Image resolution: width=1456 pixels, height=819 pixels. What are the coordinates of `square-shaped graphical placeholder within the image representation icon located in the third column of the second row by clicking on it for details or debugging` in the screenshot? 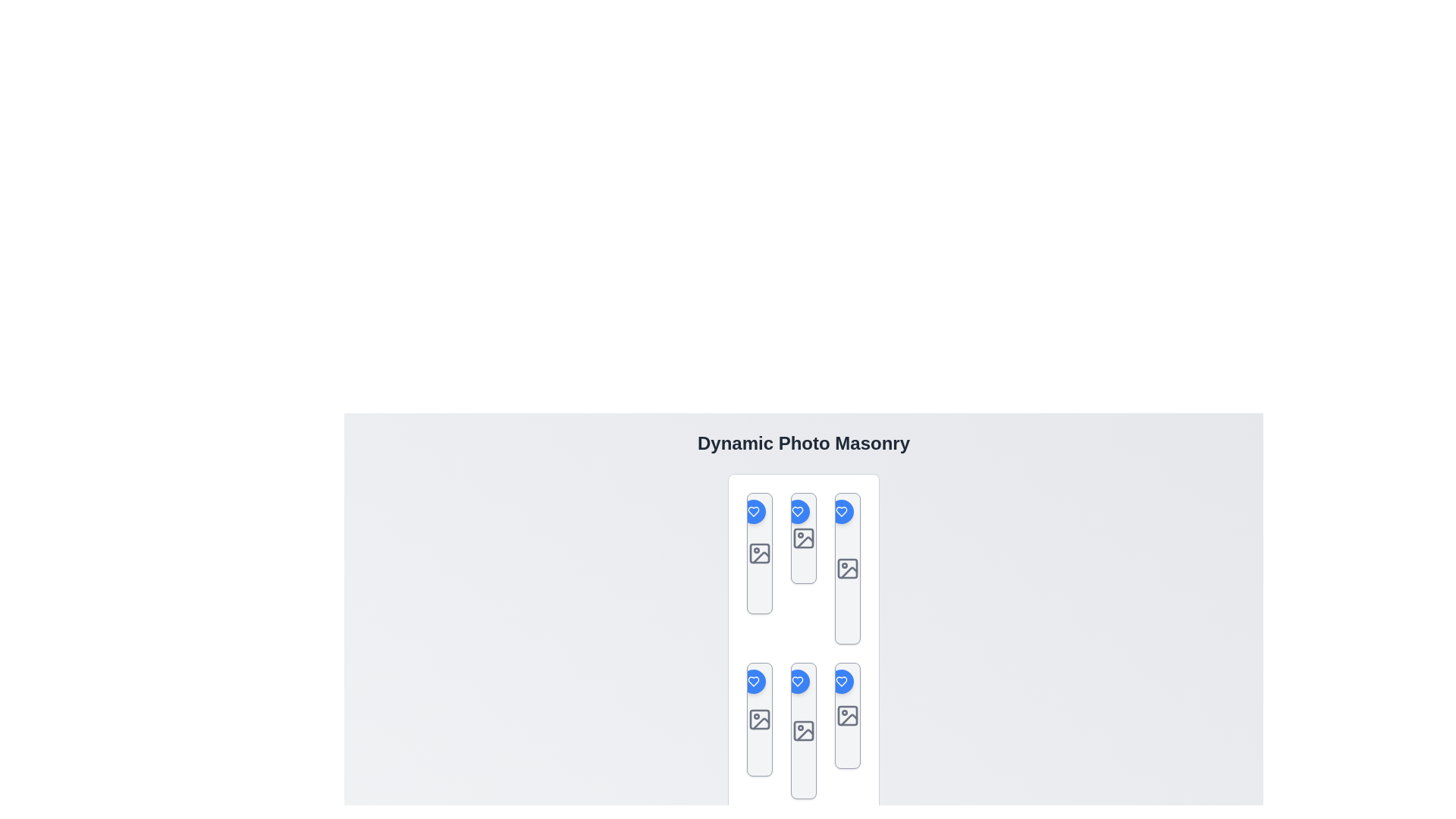 It's located at (847, 568).